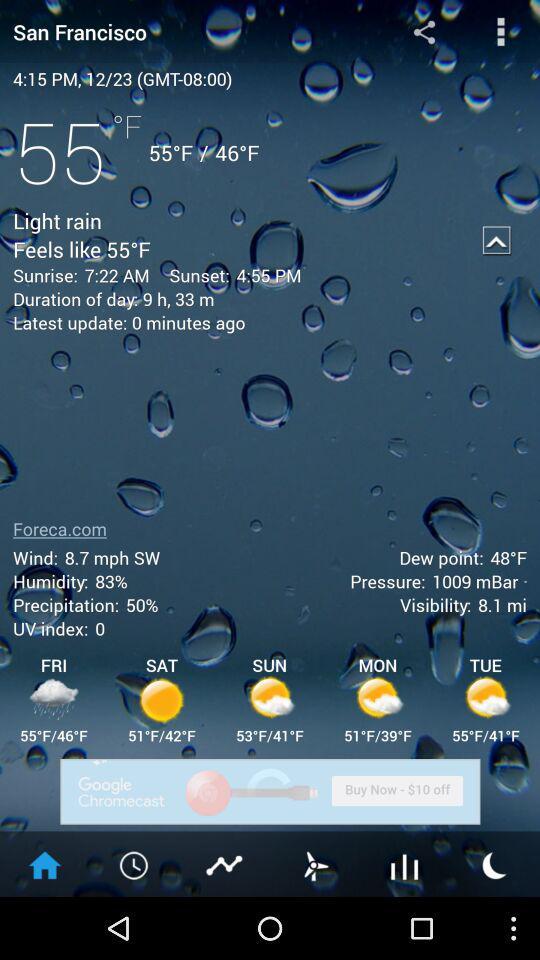 The height and width of the screenshot is (960, 540). Describe the element at coordinates (44, 863) in the screenshot. I see `go home` at that location.